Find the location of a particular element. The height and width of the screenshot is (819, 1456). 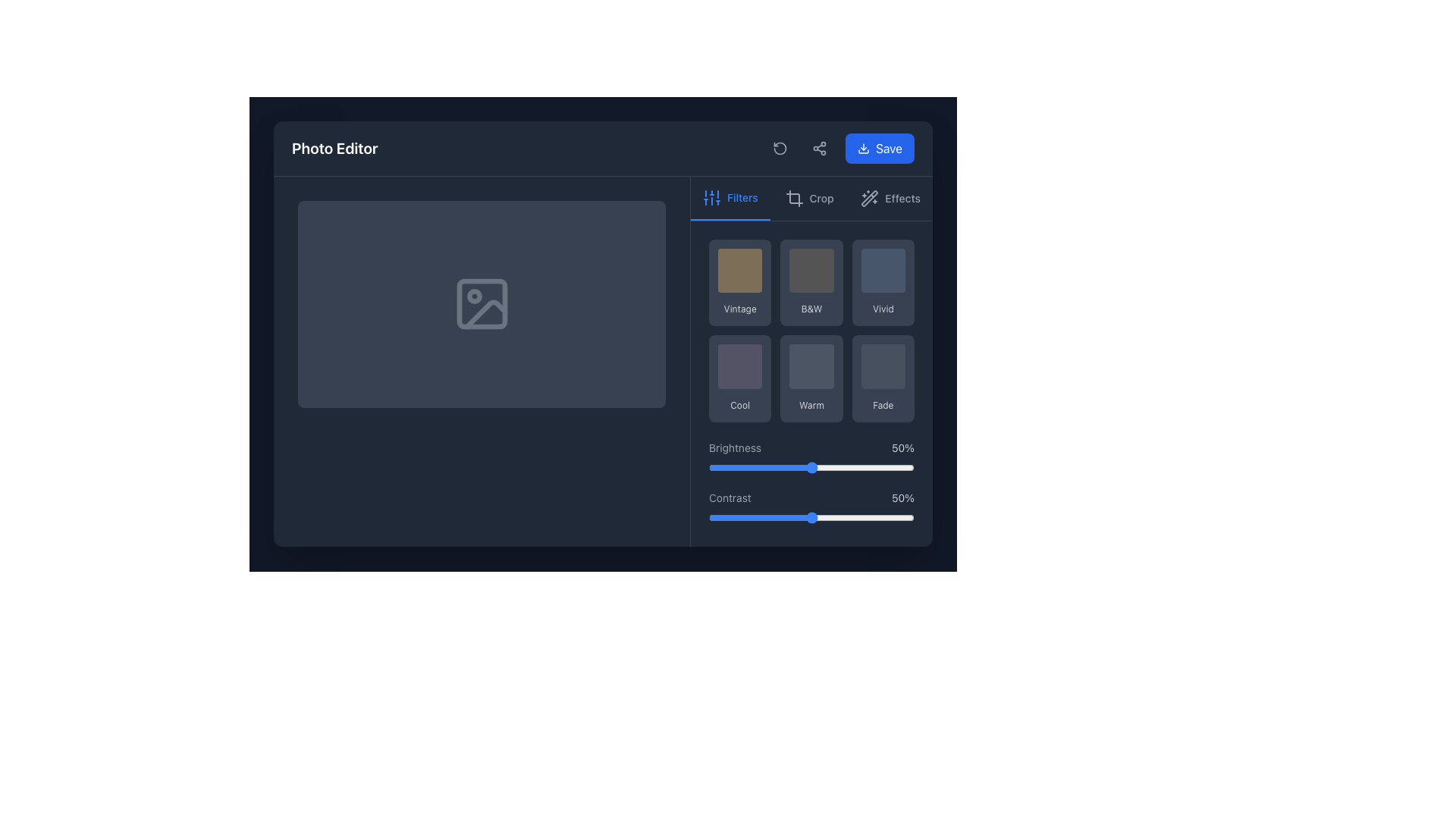

the crop tool button, which is an SVG icon consisting of intersecting lines forming a right angle, located centrally in the toolbar above the 'Crop' text label is located at coordinates (793, 198).